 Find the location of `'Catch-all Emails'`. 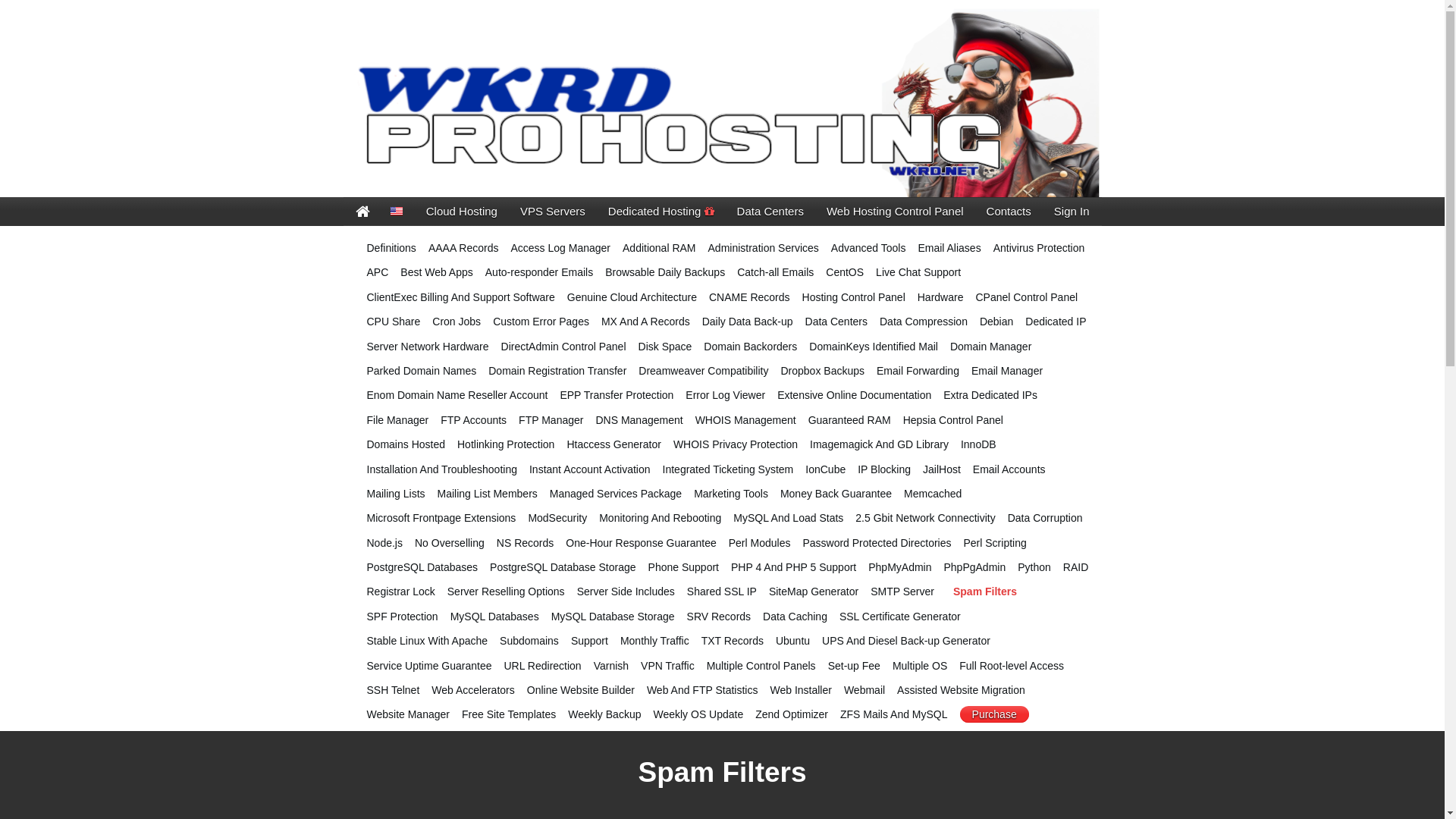

'Catch-all Emails' is located at coordinates (775, 271).